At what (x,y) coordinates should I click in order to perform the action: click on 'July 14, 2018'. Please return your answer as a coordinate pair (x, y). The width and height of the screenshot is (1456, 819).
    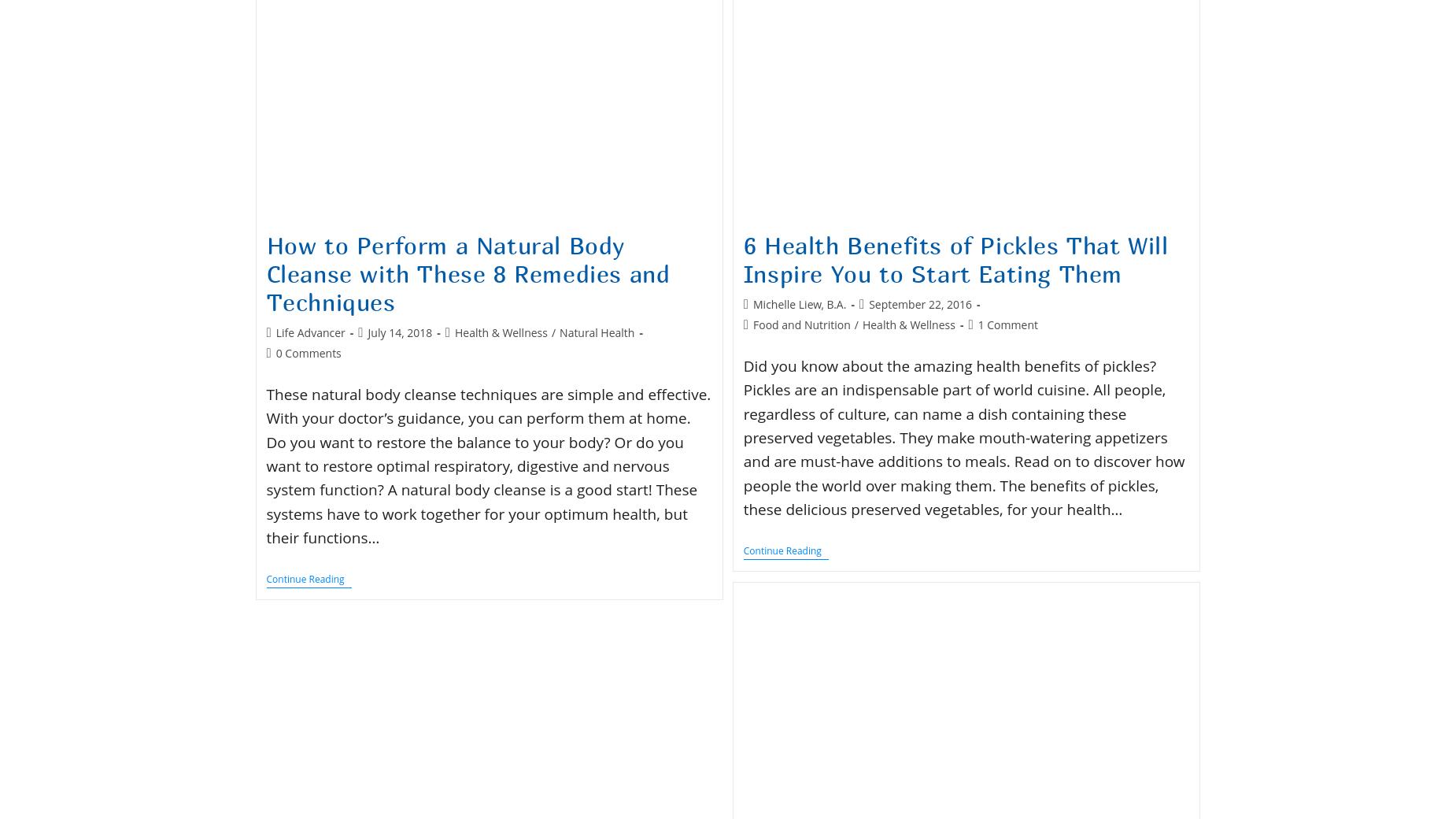
    Looking at the image, I should click on (400, 332).